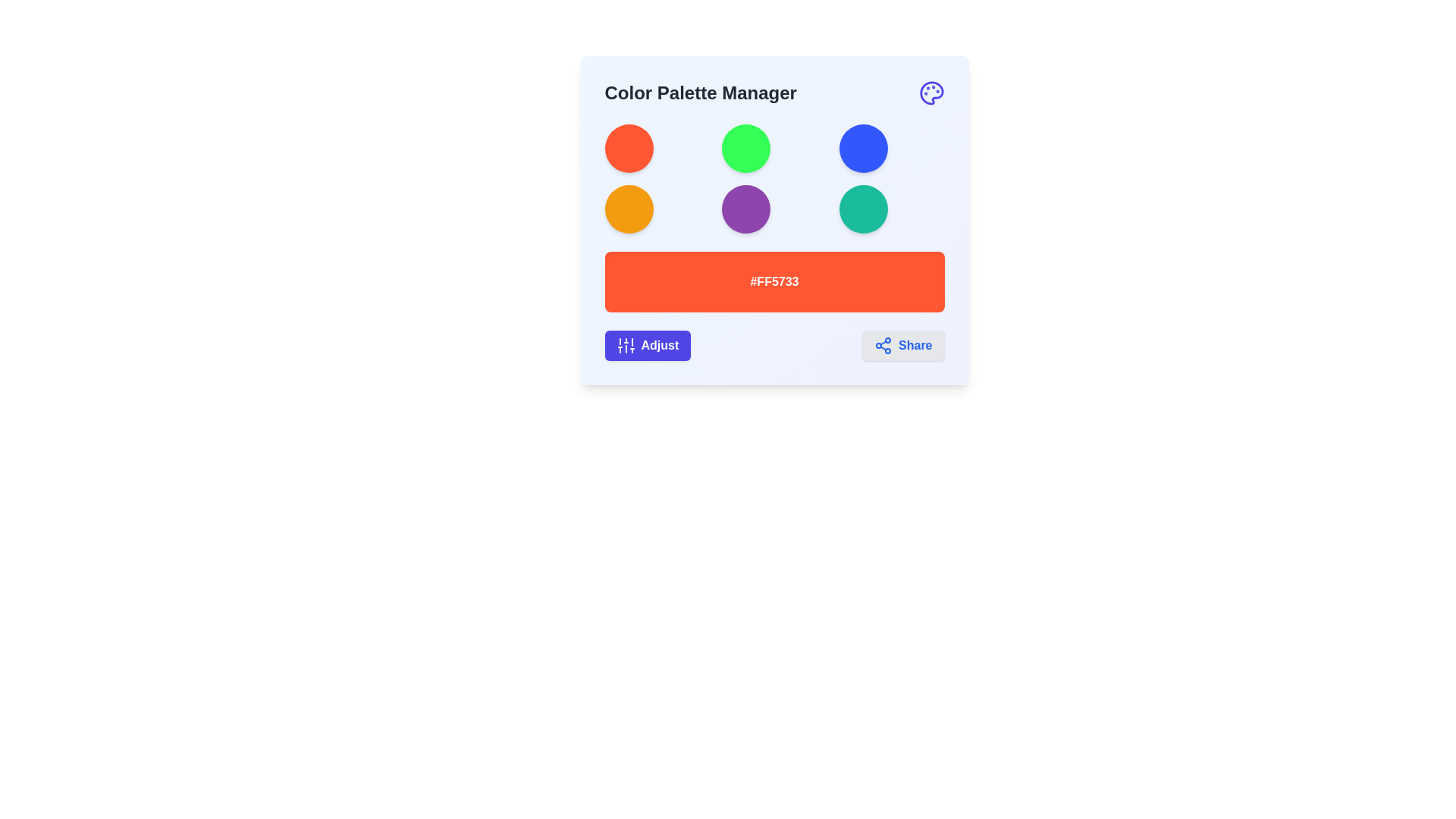 The image size is (1456, 819). What do you see at coordinates (746, 209) in the screenshot?
I see `the color selection button located in the second row and second column of the color palette grid` at bounding box center [746, 209].